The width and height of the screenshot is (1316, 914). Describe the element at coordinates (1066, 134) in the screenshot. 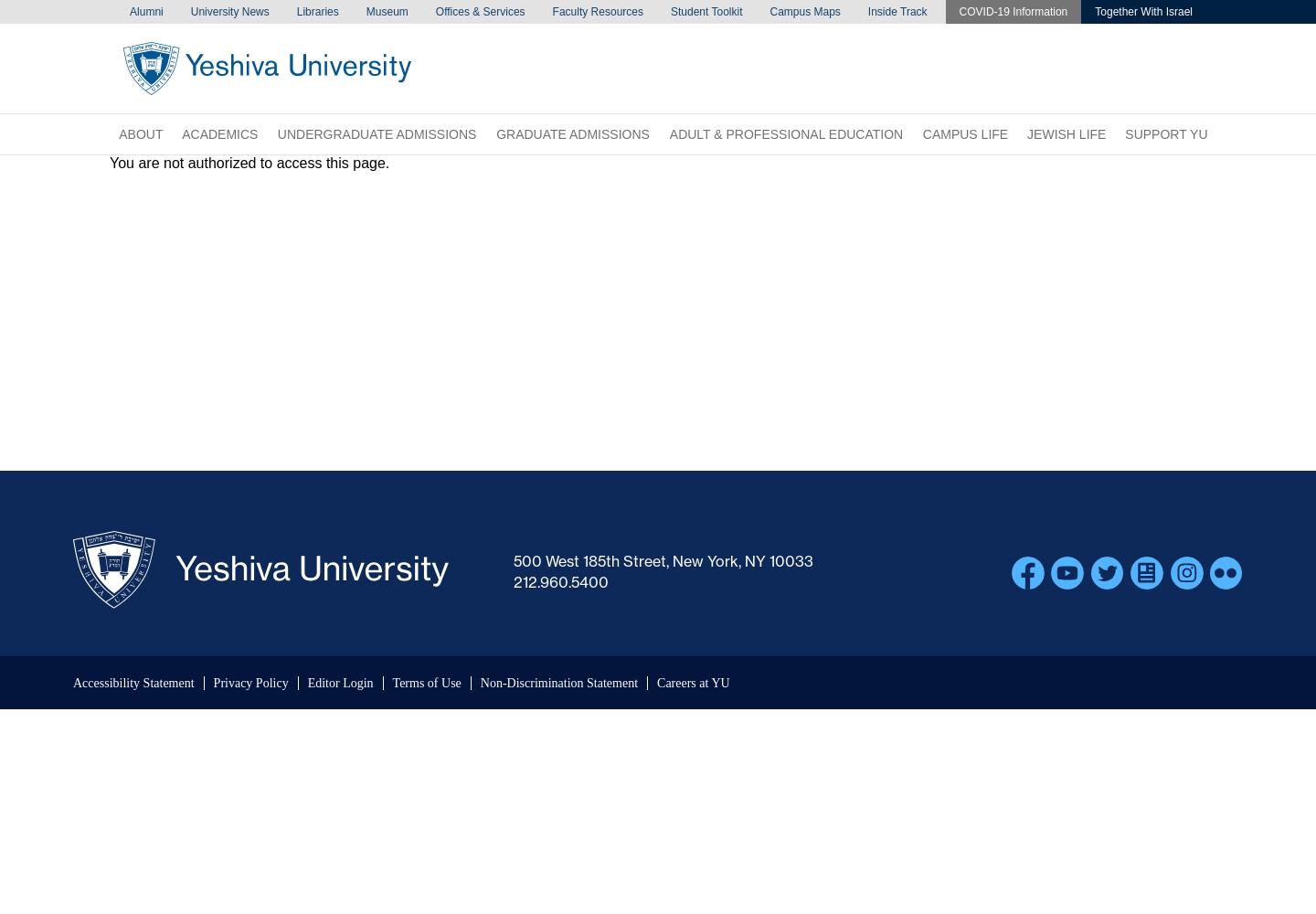

I see `'Jewish Life'` at that location.